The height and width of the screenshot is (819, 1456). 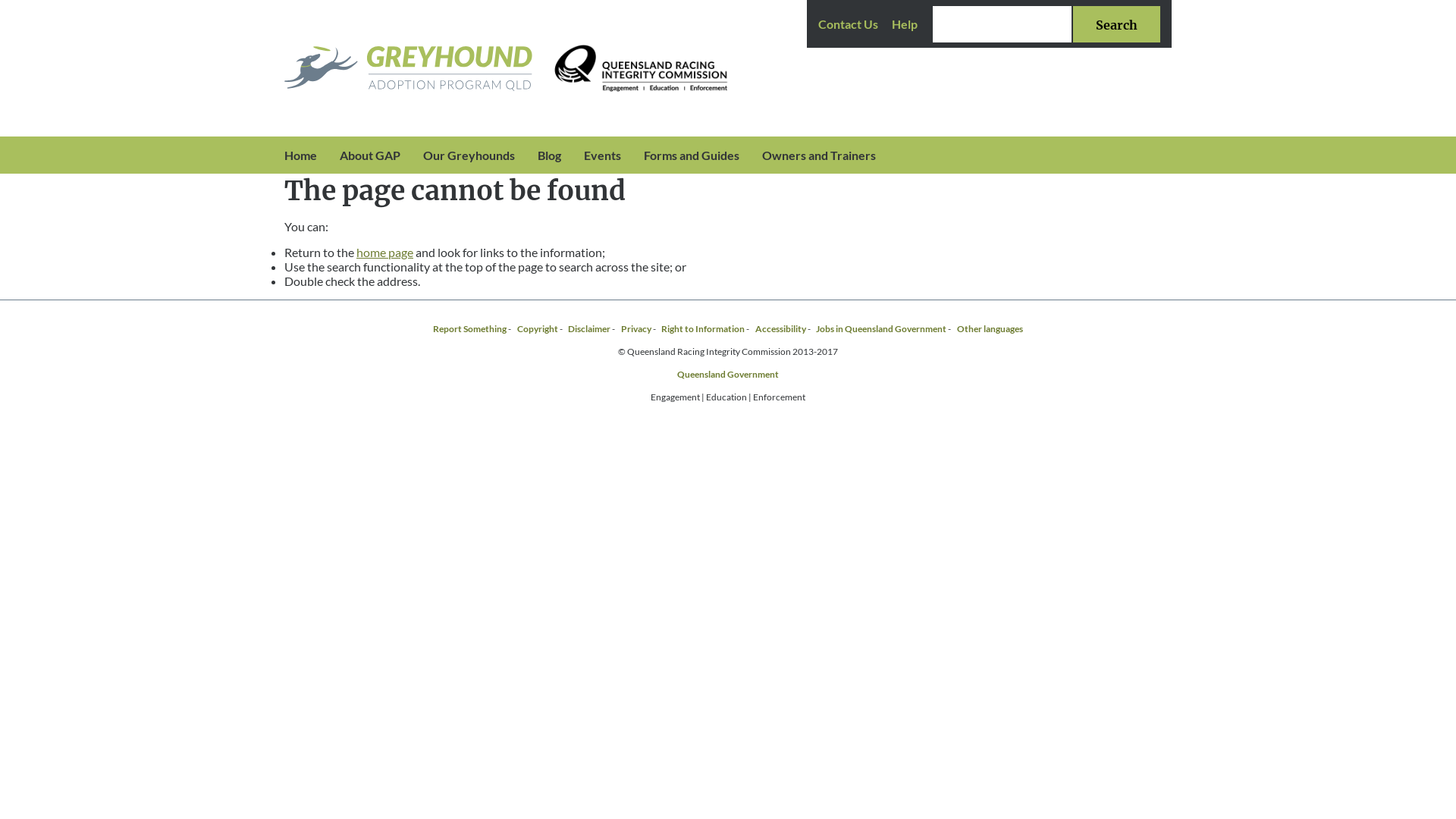 I want to click on 'Accessibility', so click(x=780, y=328).